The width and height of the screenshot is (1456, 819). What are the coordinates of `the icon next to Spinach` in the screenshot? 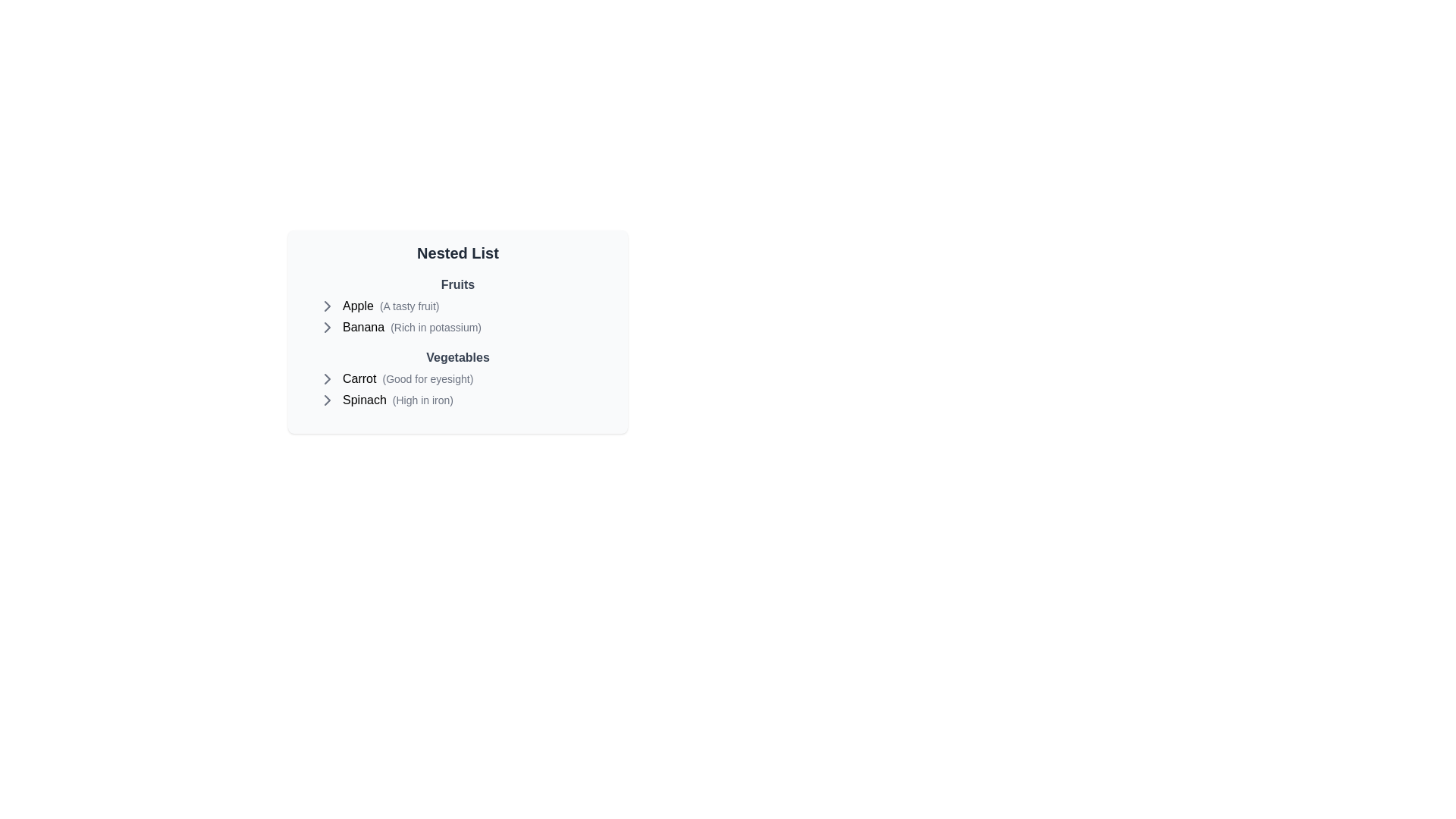 It's located at (327, 400).